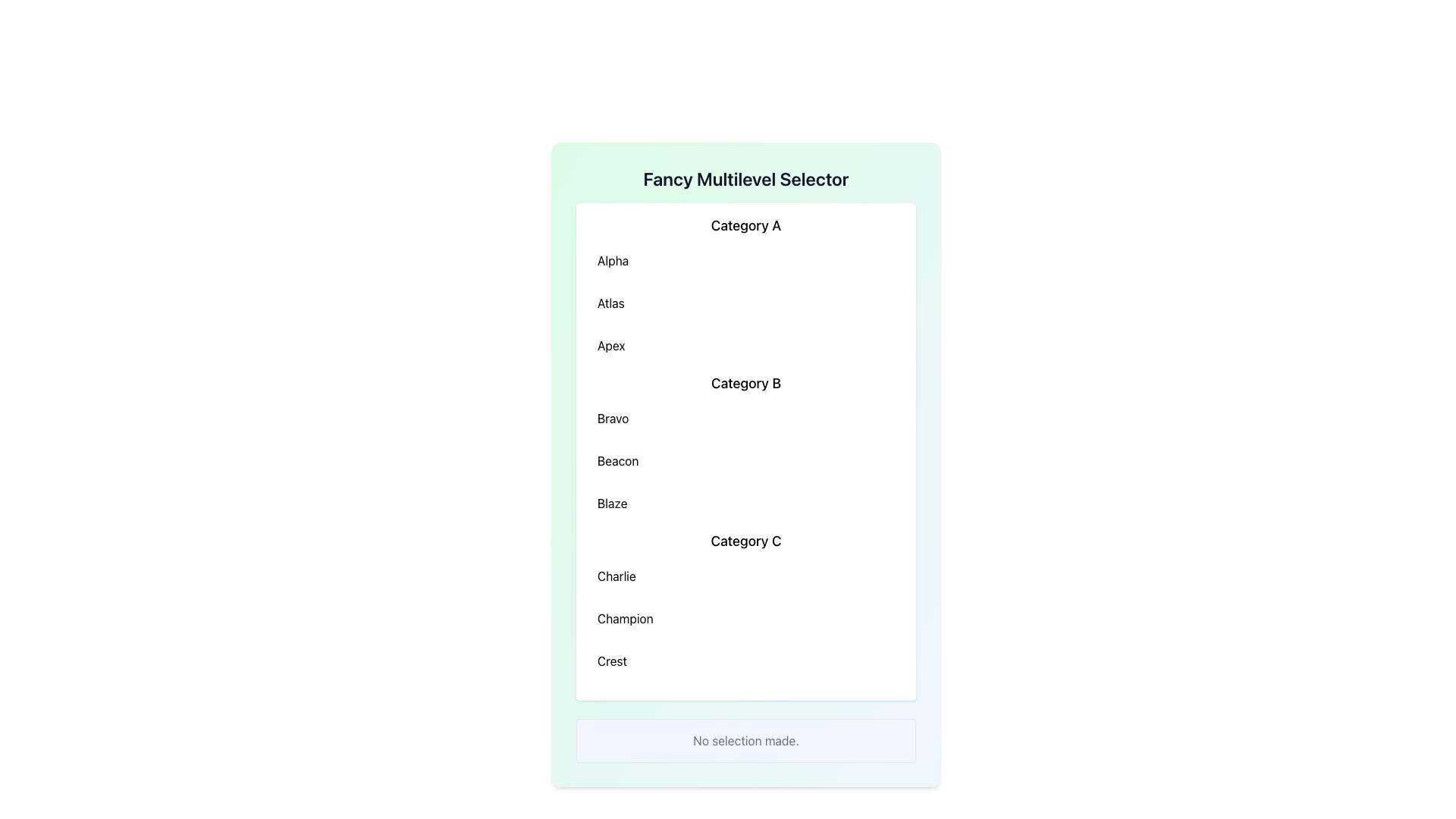  What do you see at coordinates (613, 418) in the screenshot?
I see `the text label displaying 'Bravo', which is the first entry under 'Category B' in the multi-level selector interface` at bounding box center [613, 418].